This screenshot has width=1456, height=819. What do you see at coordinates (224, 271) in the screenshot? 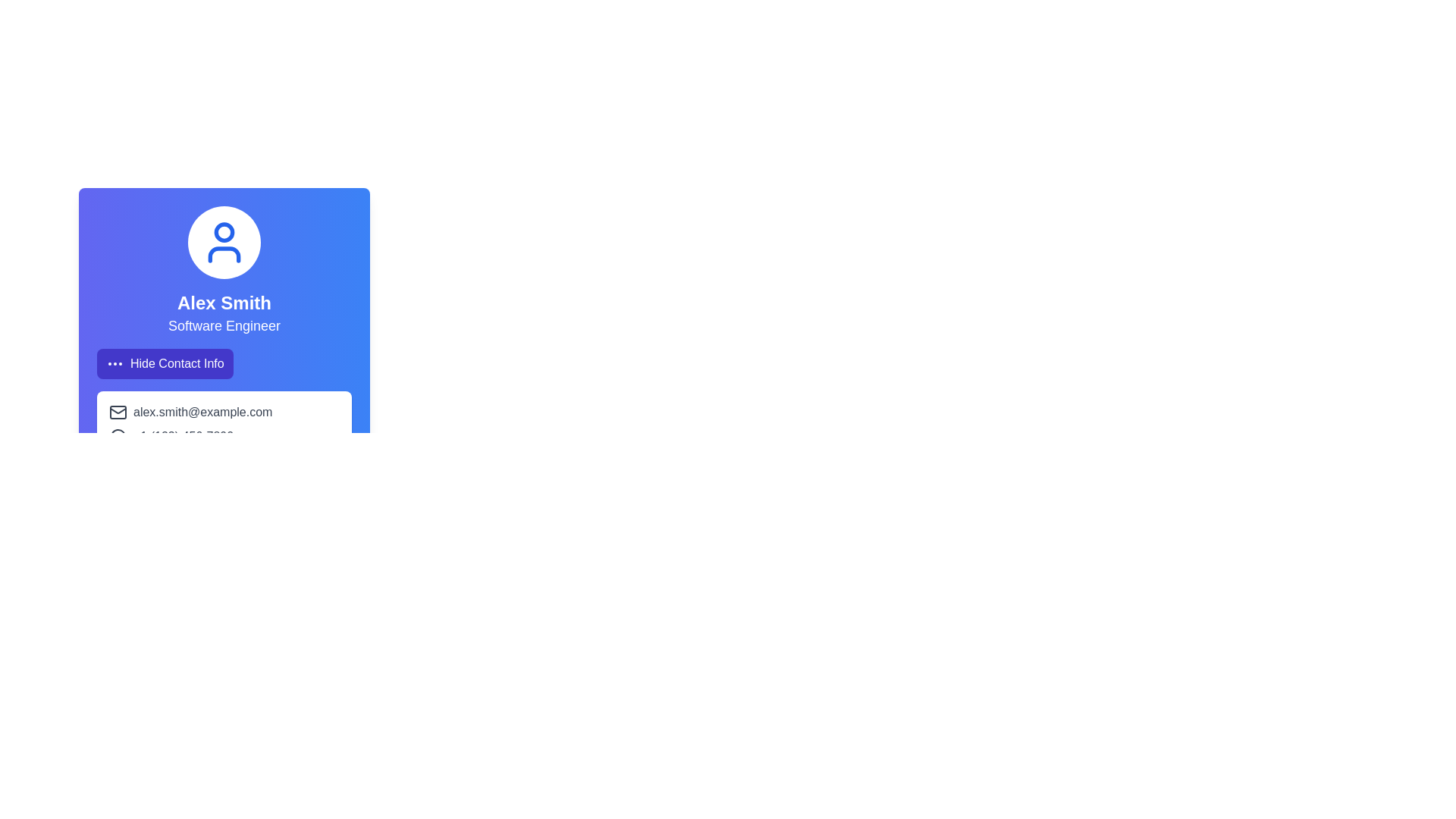
I see `the Profile Display Component to read the displayed user's name and job title` at bounding box center [224, 271].